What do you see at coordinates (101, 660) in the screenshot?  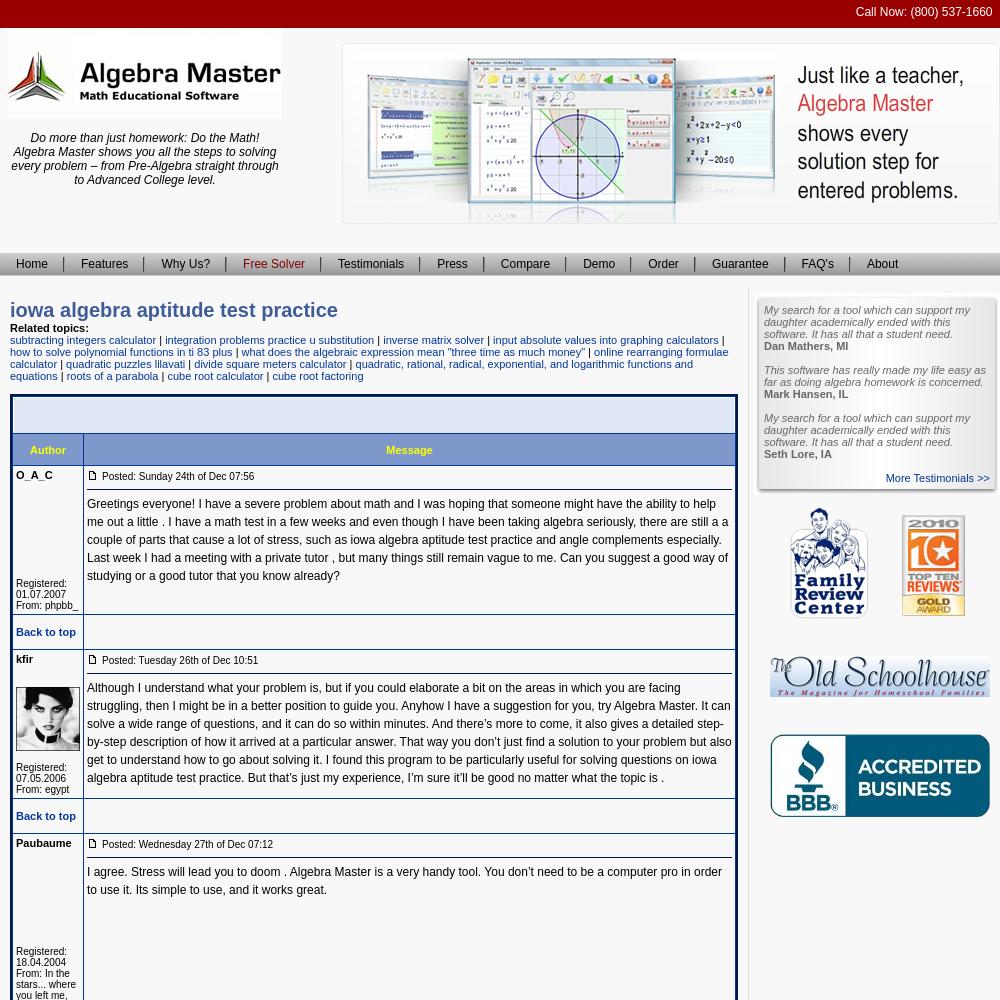 I see `'Posted: Tuesday 26th of Dec 10:51'` at bounding box center [101, 660].